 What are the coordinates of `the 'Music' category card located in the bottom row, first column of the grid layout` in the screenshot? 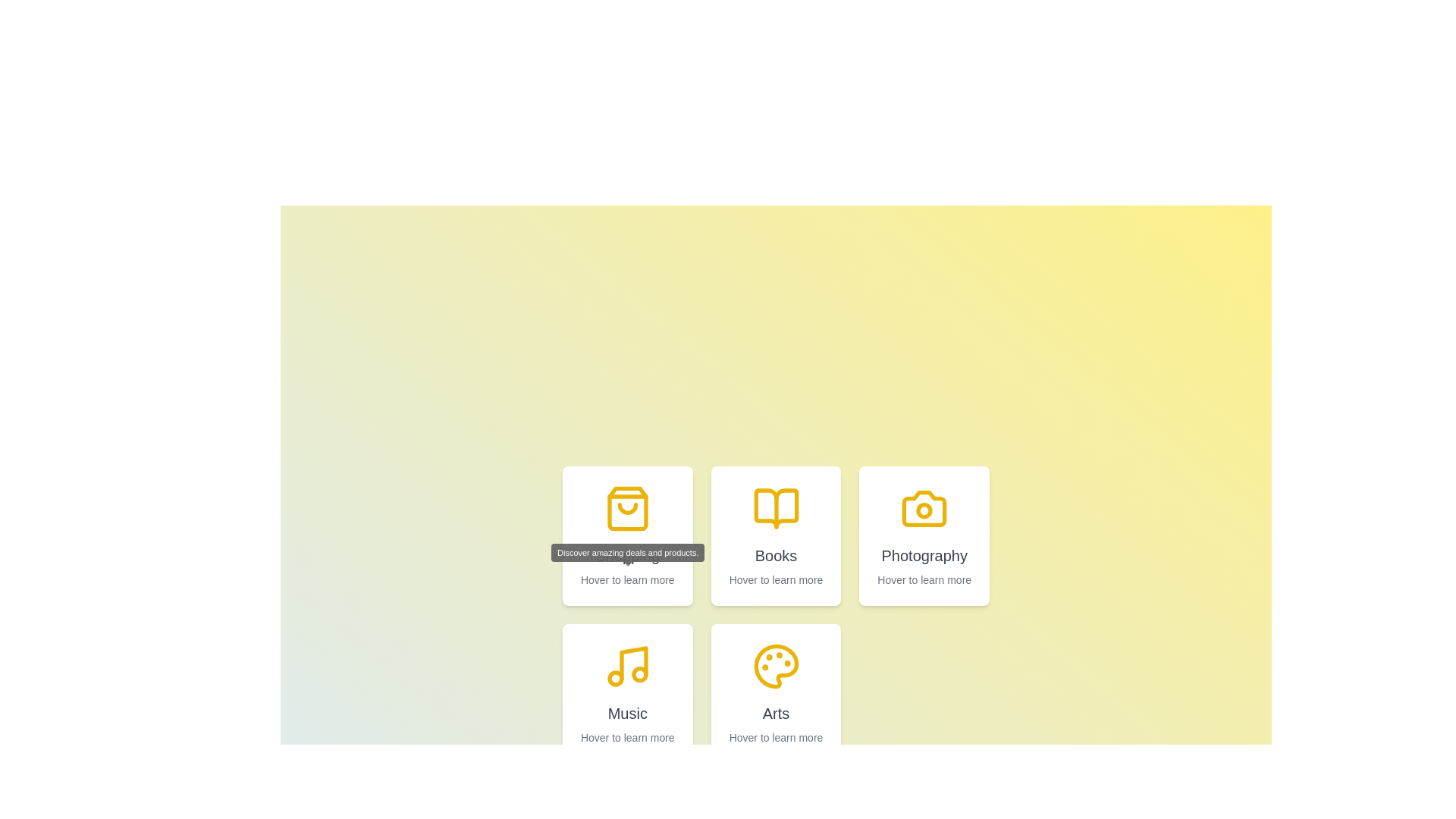 It's located at (627, 693).